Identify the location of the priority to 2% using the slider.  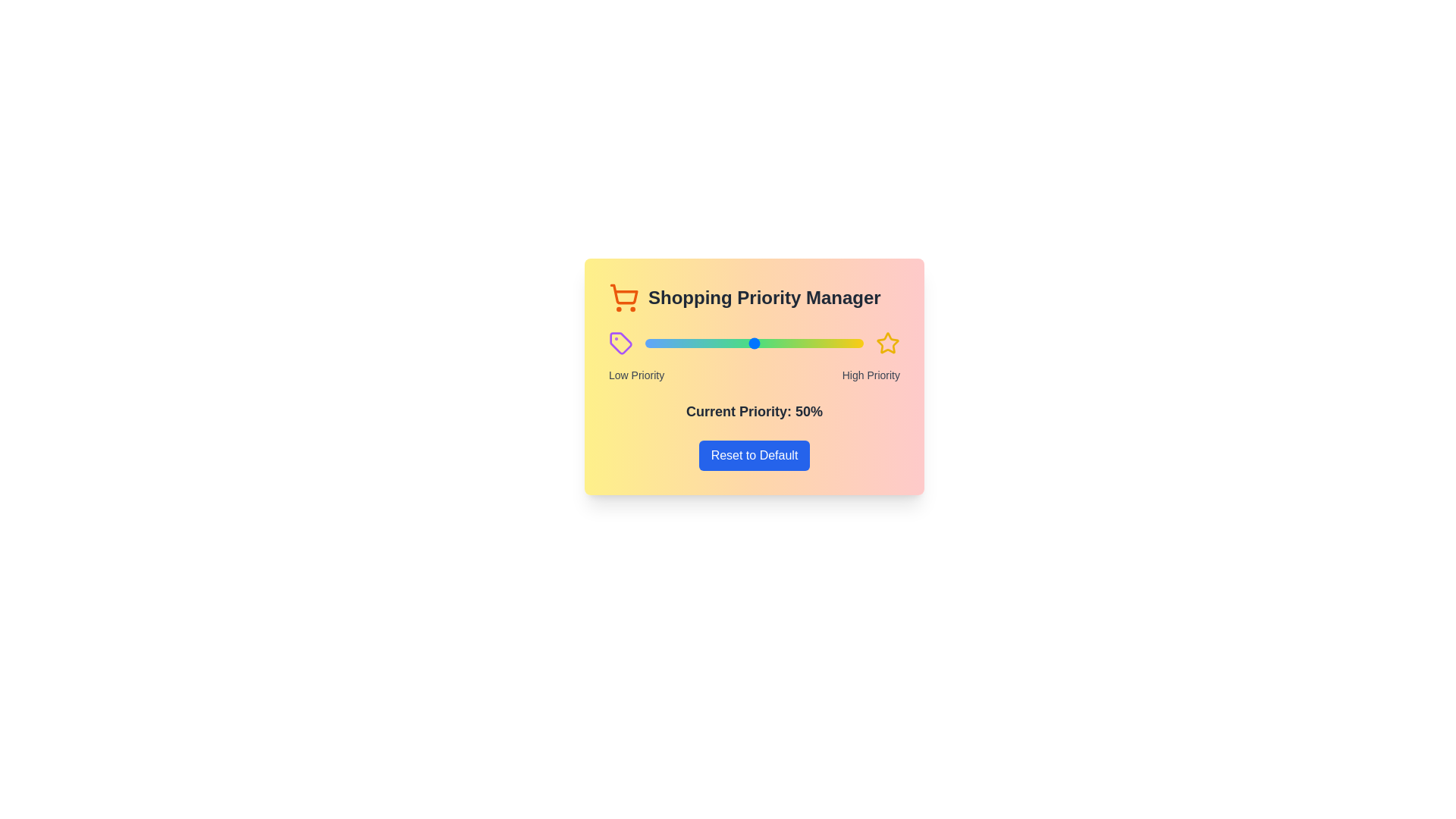
(649, 343).